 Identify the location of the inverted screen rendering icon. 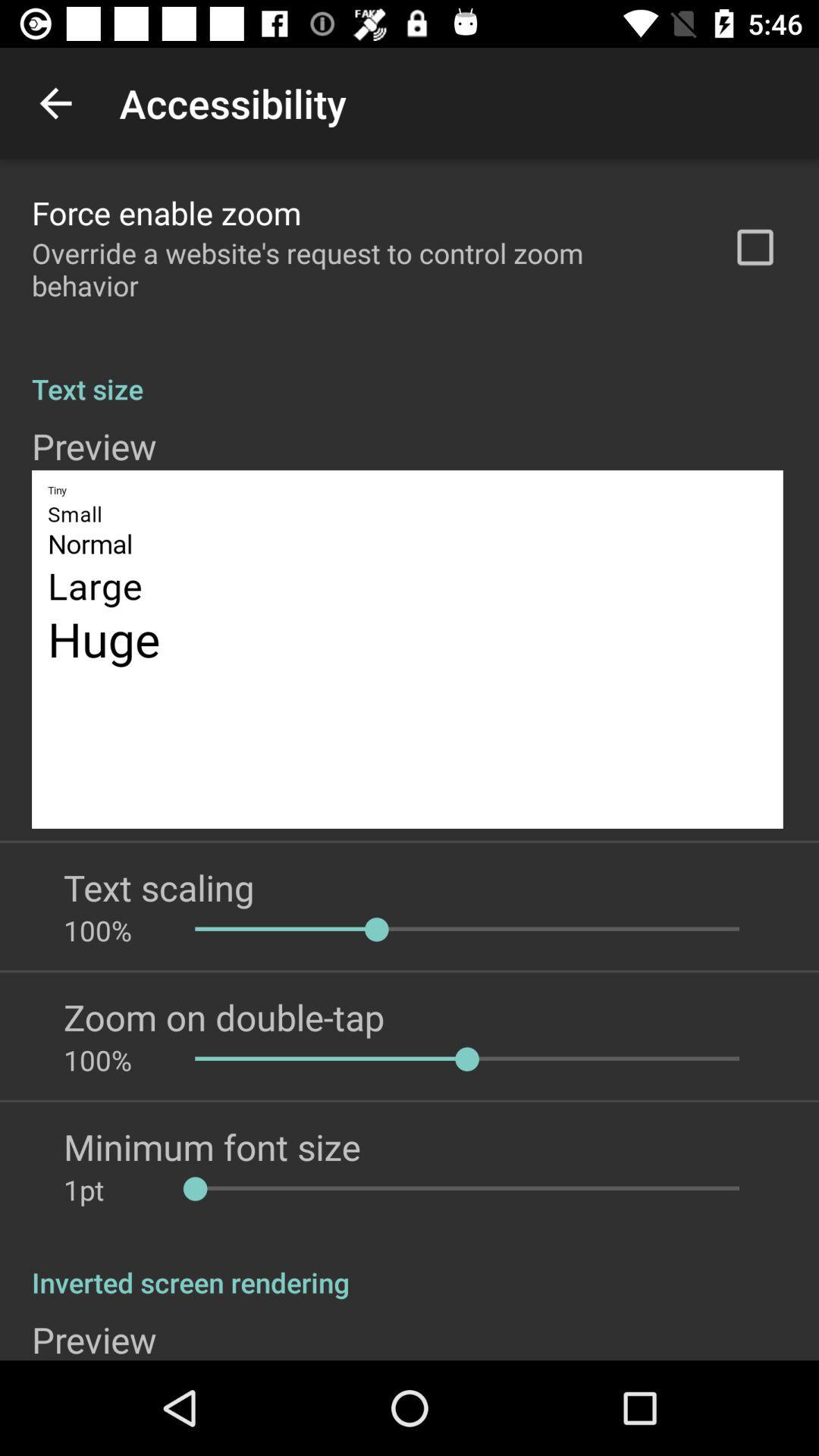
(409, 1266).